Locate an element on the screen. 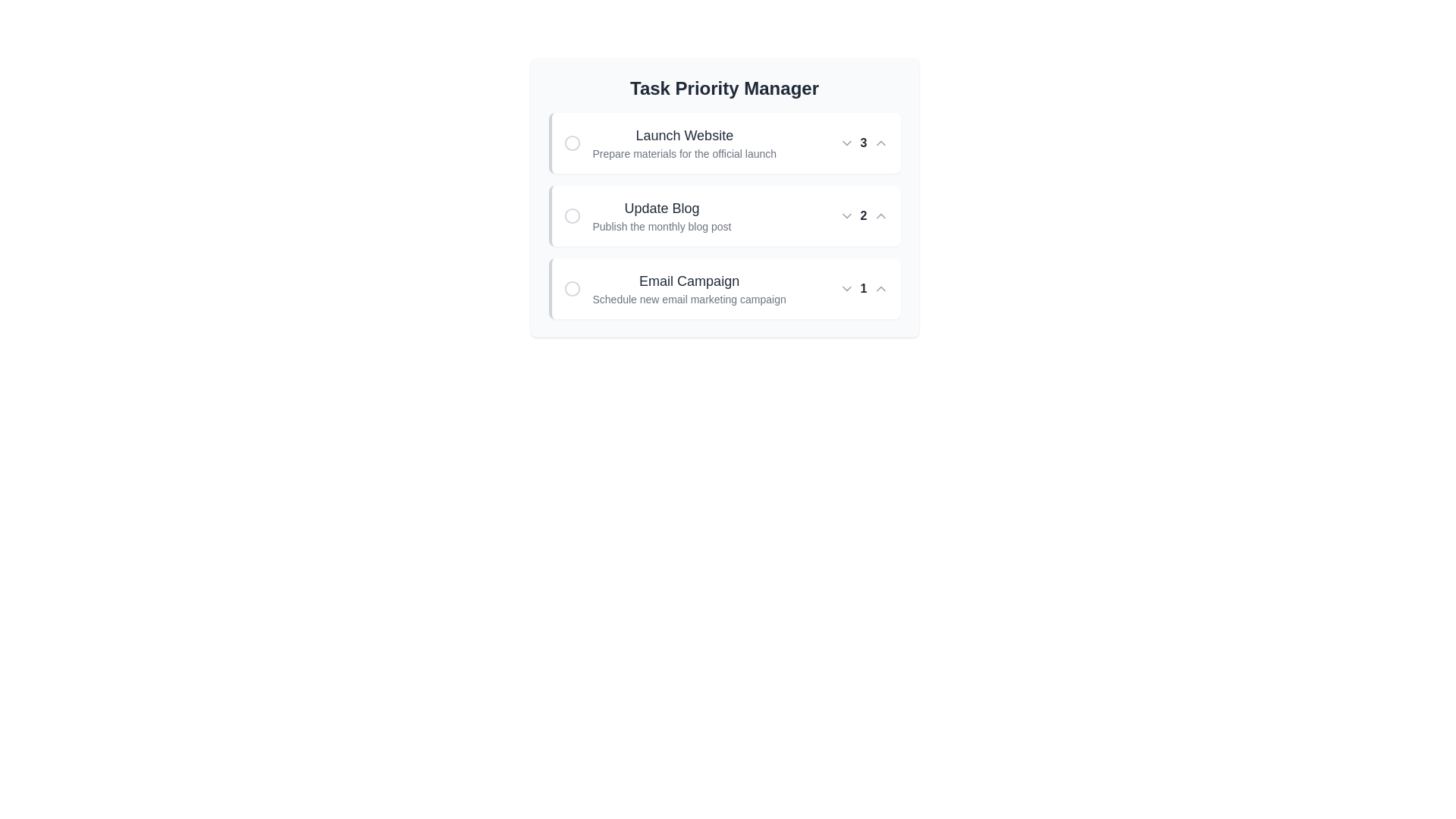  numerical text displaying the number '2', which is styled in a bold and dark typeface, located at the right end of the 'Update Blog' task section, adjacent to the increment and decrement buttons is located at coordinates (864, 216).